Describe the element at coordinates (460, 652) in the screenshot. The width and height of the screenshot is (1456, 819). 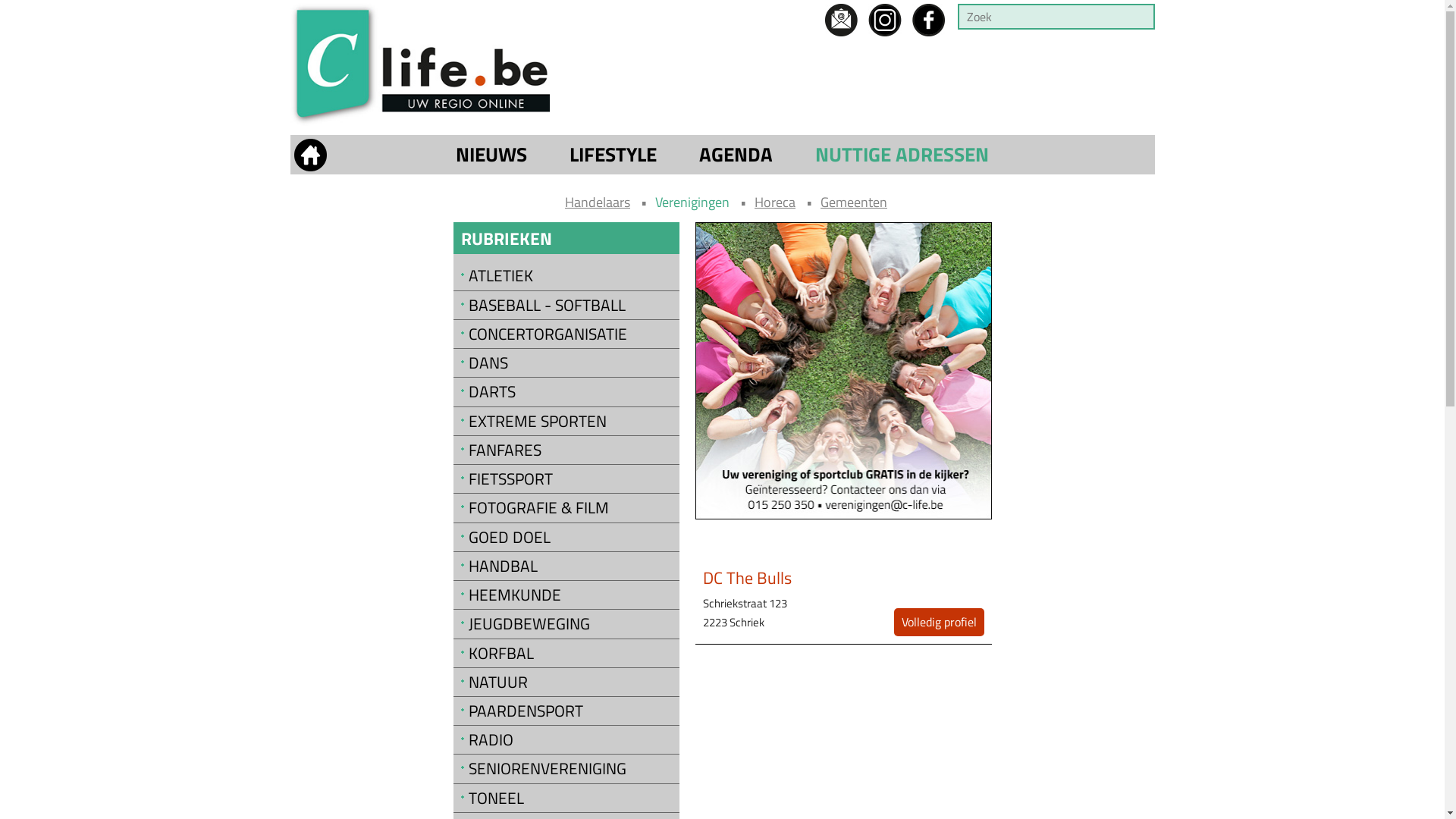
I see `'KORFBAL'` at that location.